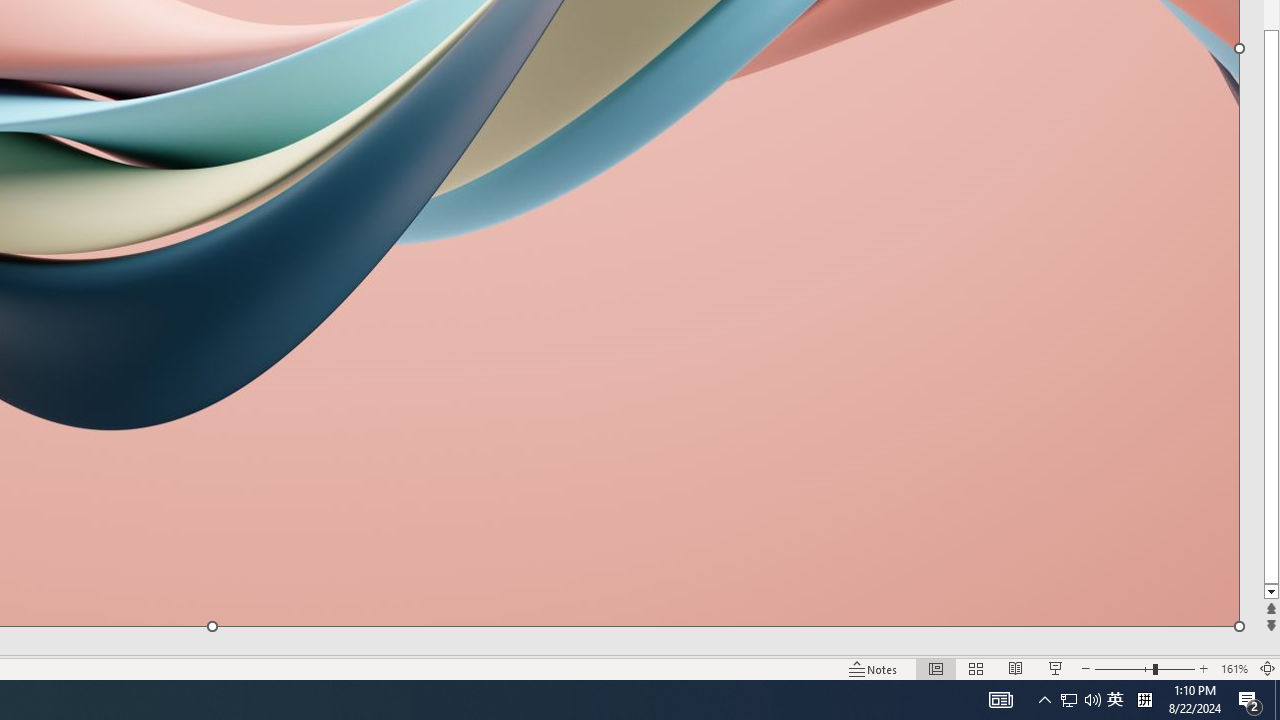 This screenshot has height=720, width=1280. Describe the element at coordinates (1233, 669) in the screenshot. I see `'Zoom 161%'` at that location.